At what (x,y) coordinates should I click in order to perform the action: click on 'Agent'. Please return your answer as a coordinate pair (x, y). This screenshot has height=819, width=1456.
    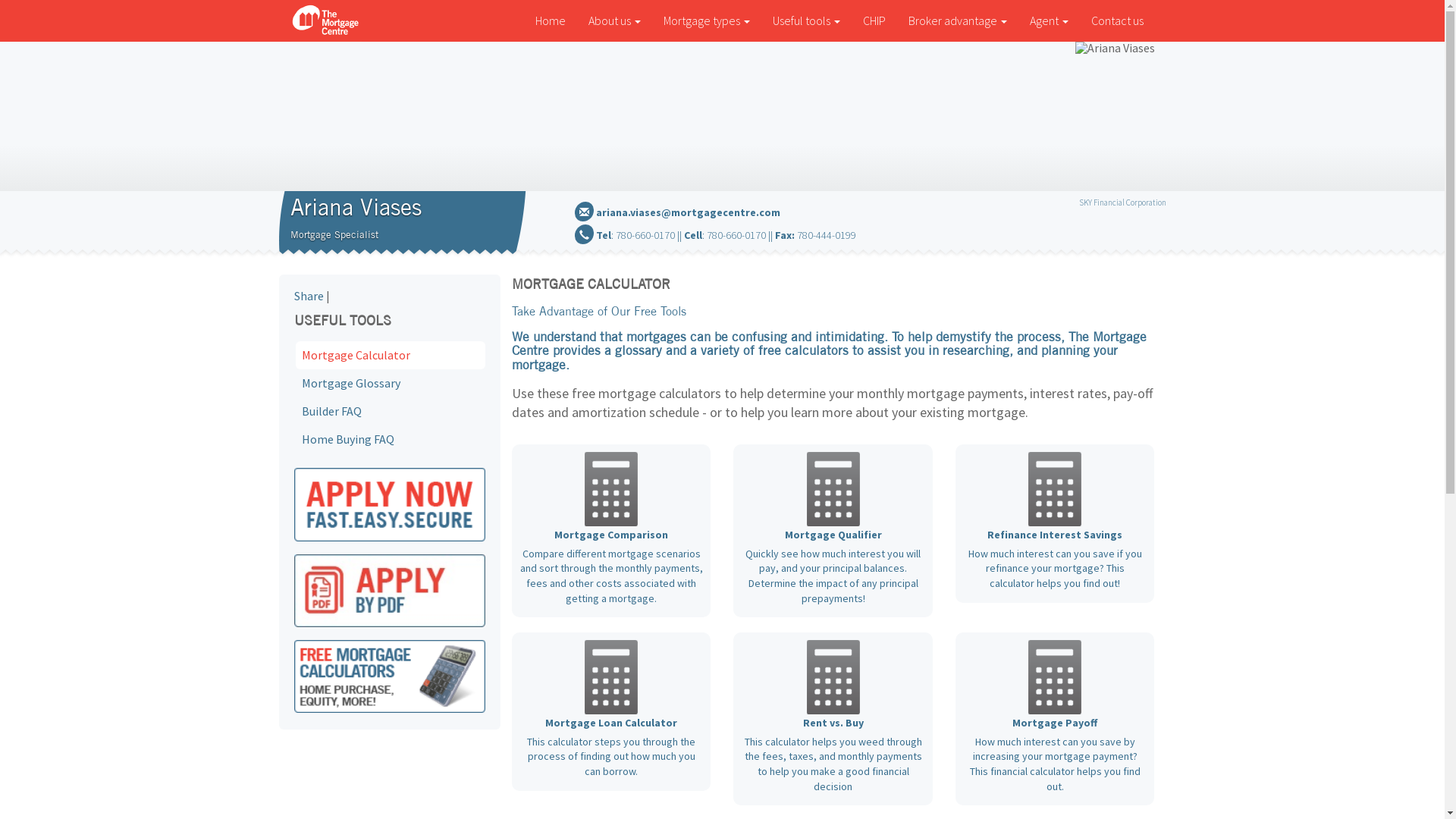
    Looking at the image, I should click on (1047, 20).